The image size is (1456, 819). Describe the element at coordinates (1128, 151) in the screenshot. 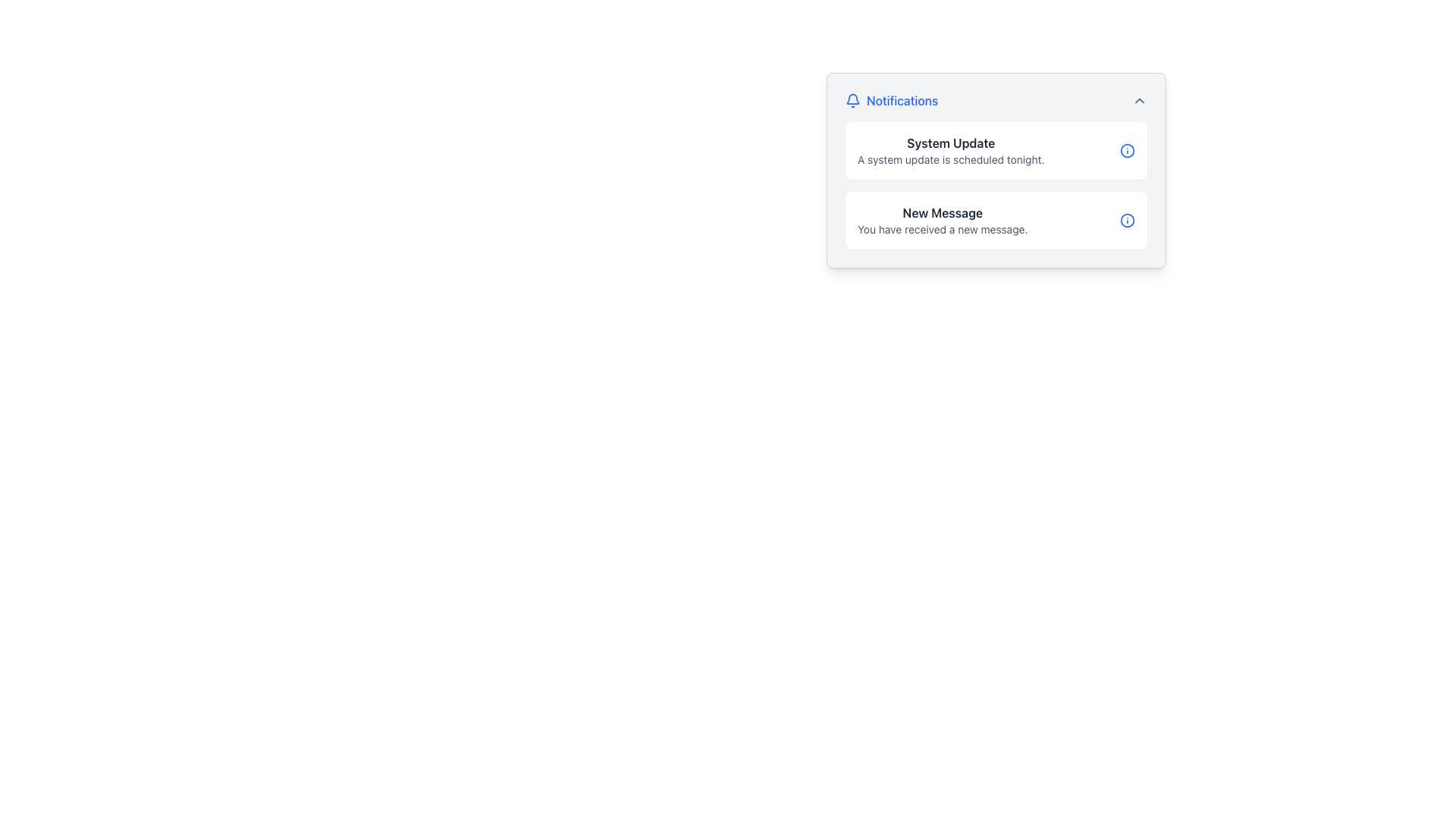

I see `the info icon located on the right side of the 'System Update' section within the notification panel` at that location.